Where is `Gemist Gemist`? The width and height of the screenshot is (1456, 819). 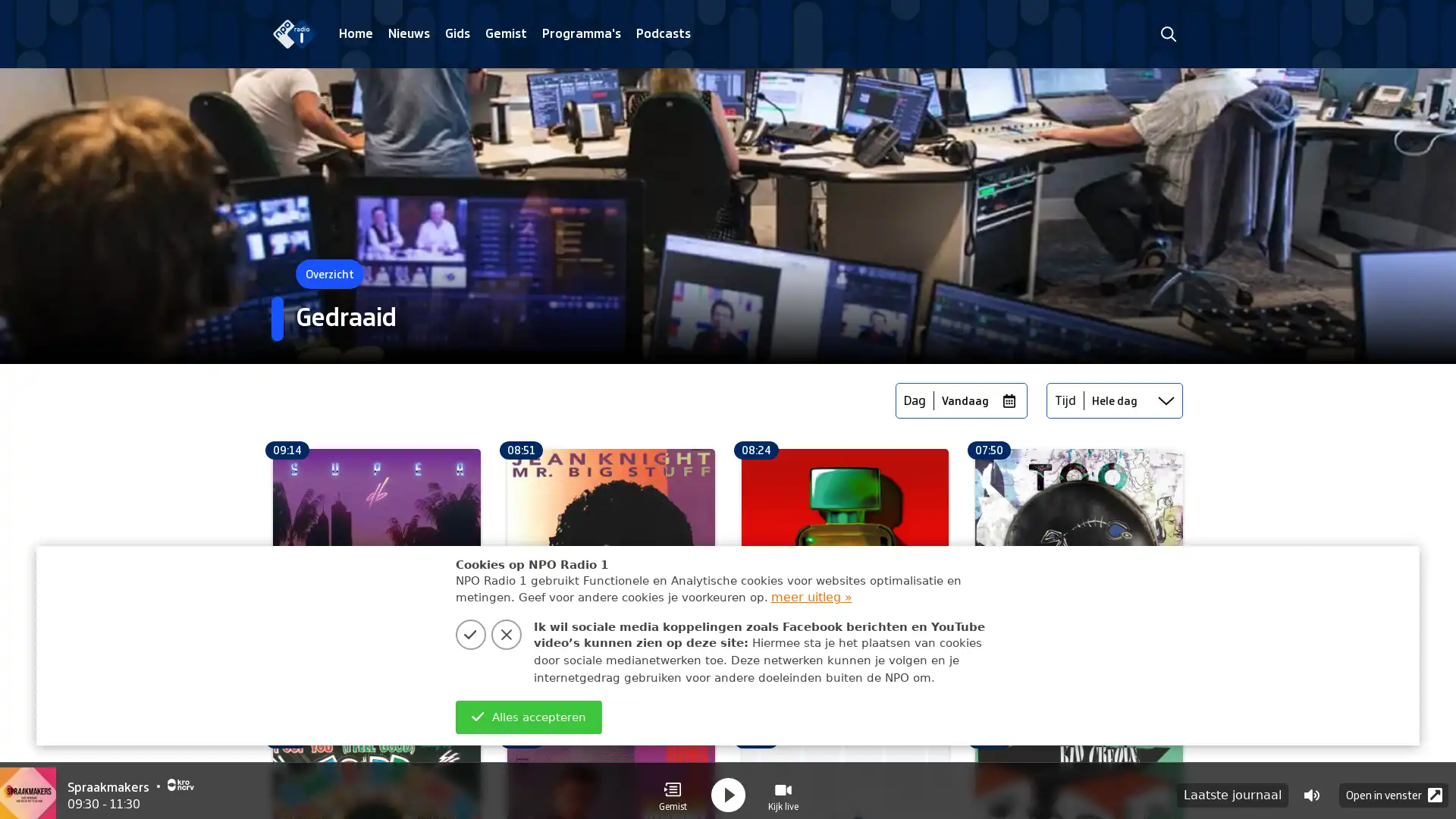 Gemist Gemist is located at coordinates (672, 786).